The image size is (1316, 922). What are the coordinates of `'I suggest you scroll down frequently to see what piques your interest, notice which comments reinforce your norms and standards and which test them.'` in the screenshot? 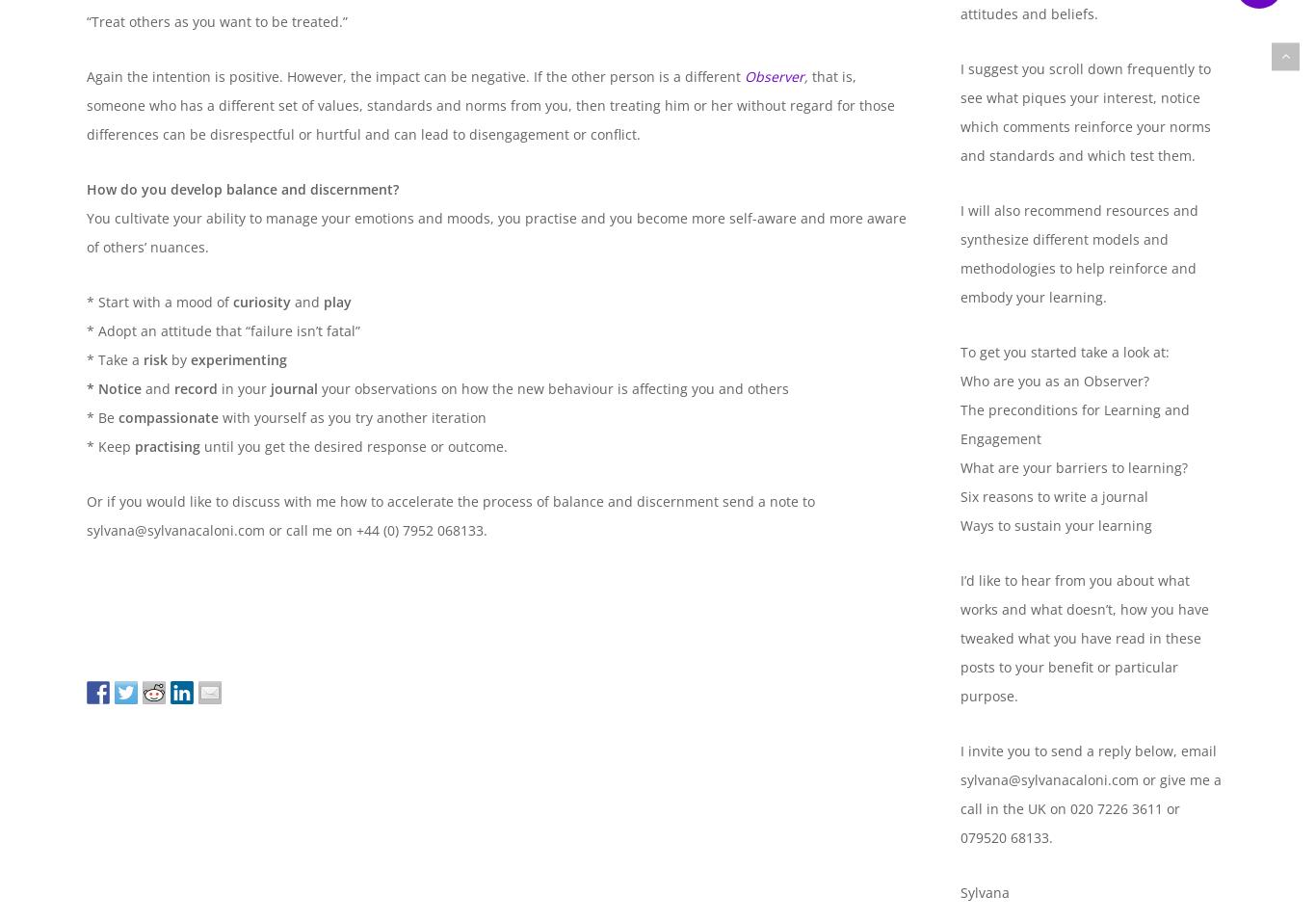 It's located at (1084, 112).